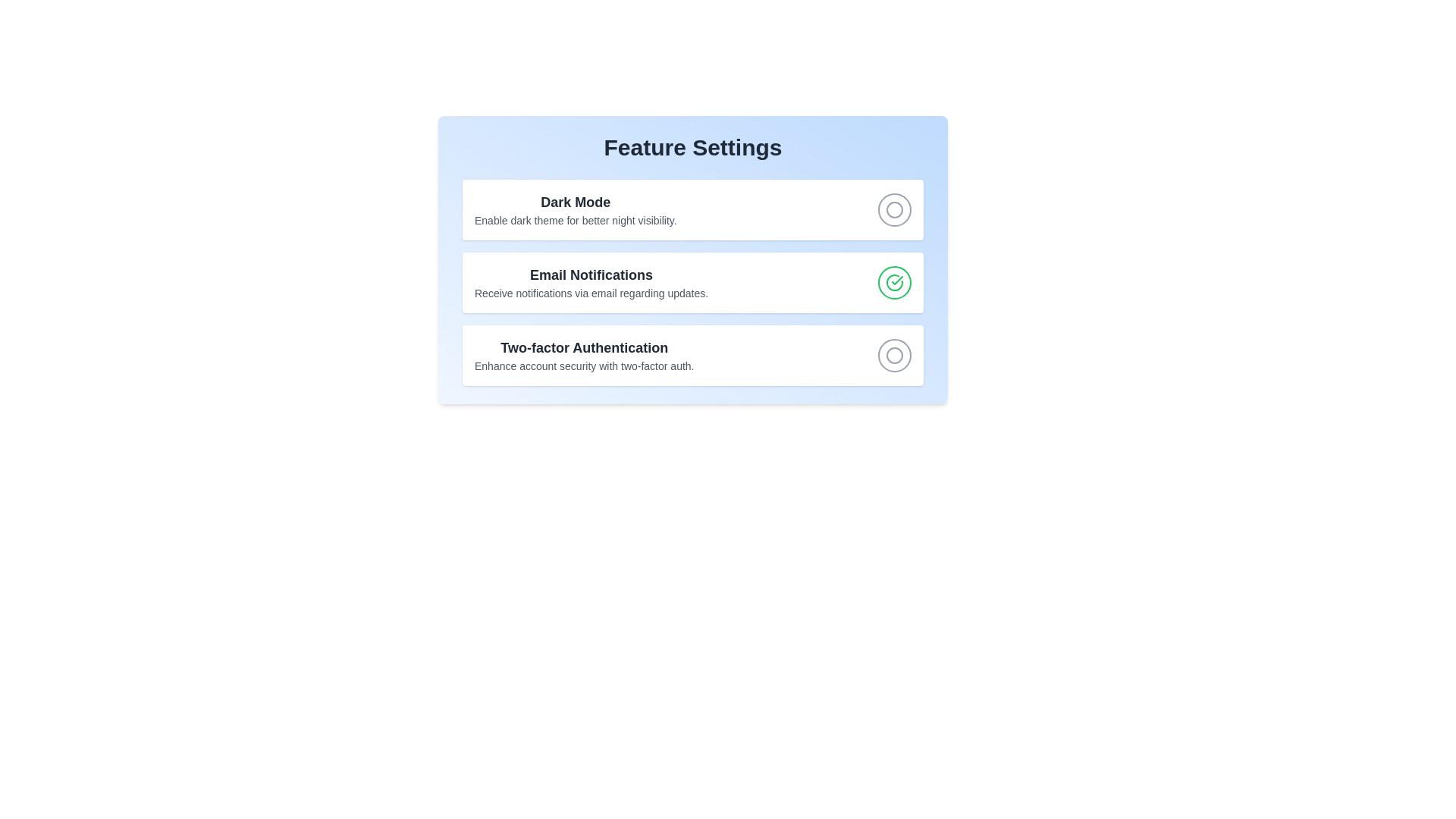 This screenshot has height=819, width=1456. What do you see at coordinates (895, 210) in the screenshot?
I see `the circular icon outline representing 'Two-factor Authentication' in the settings dialog interface` at bounding box center [895, 210].